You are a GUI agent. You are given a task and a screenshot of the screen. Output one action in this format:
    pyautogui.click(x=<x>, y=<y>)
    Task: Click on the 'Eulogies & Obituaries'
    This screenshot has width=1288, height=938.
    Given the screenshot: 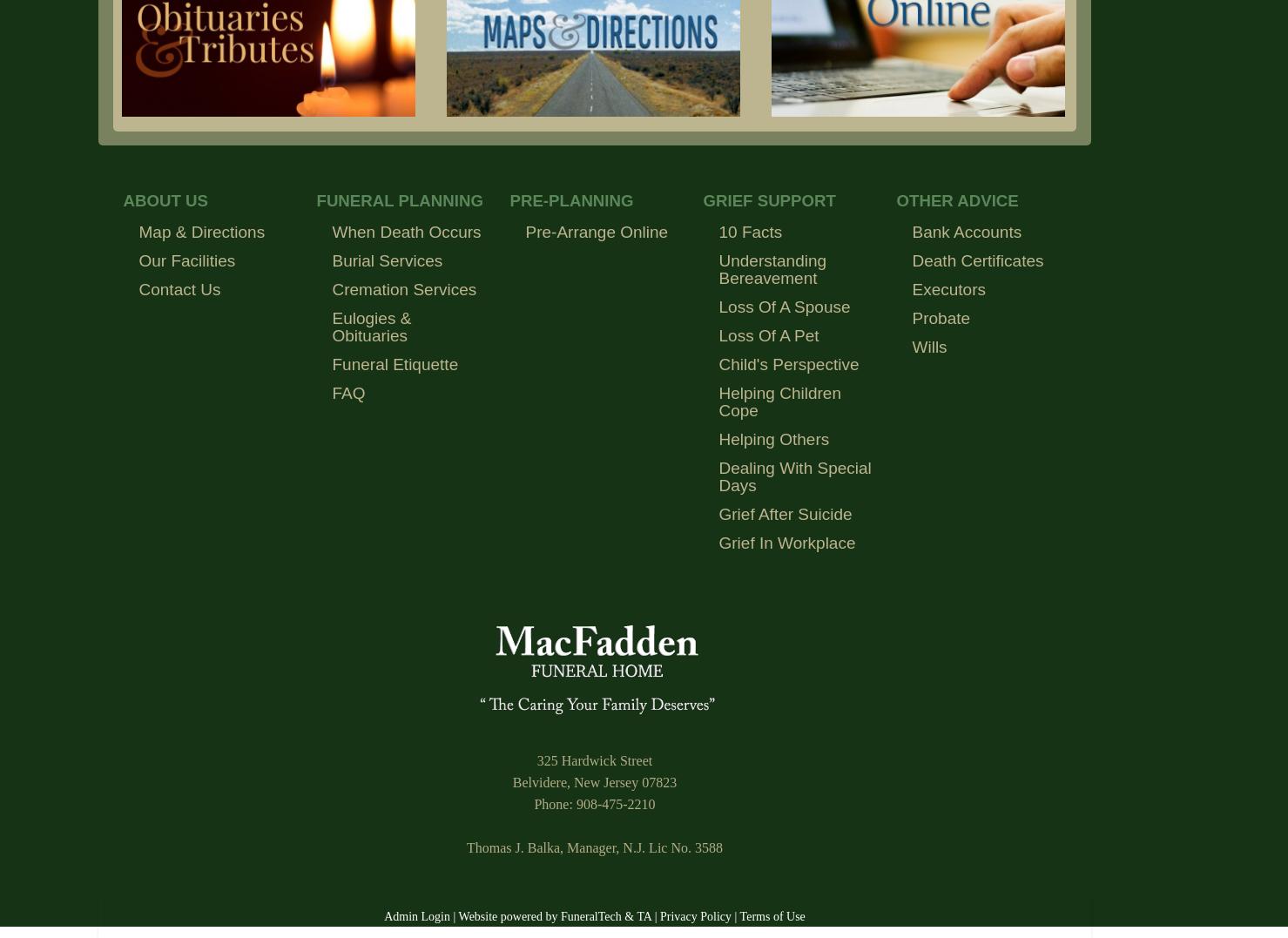 What is the action you would take?
    pyautogui.click(x=371, y=326)
    